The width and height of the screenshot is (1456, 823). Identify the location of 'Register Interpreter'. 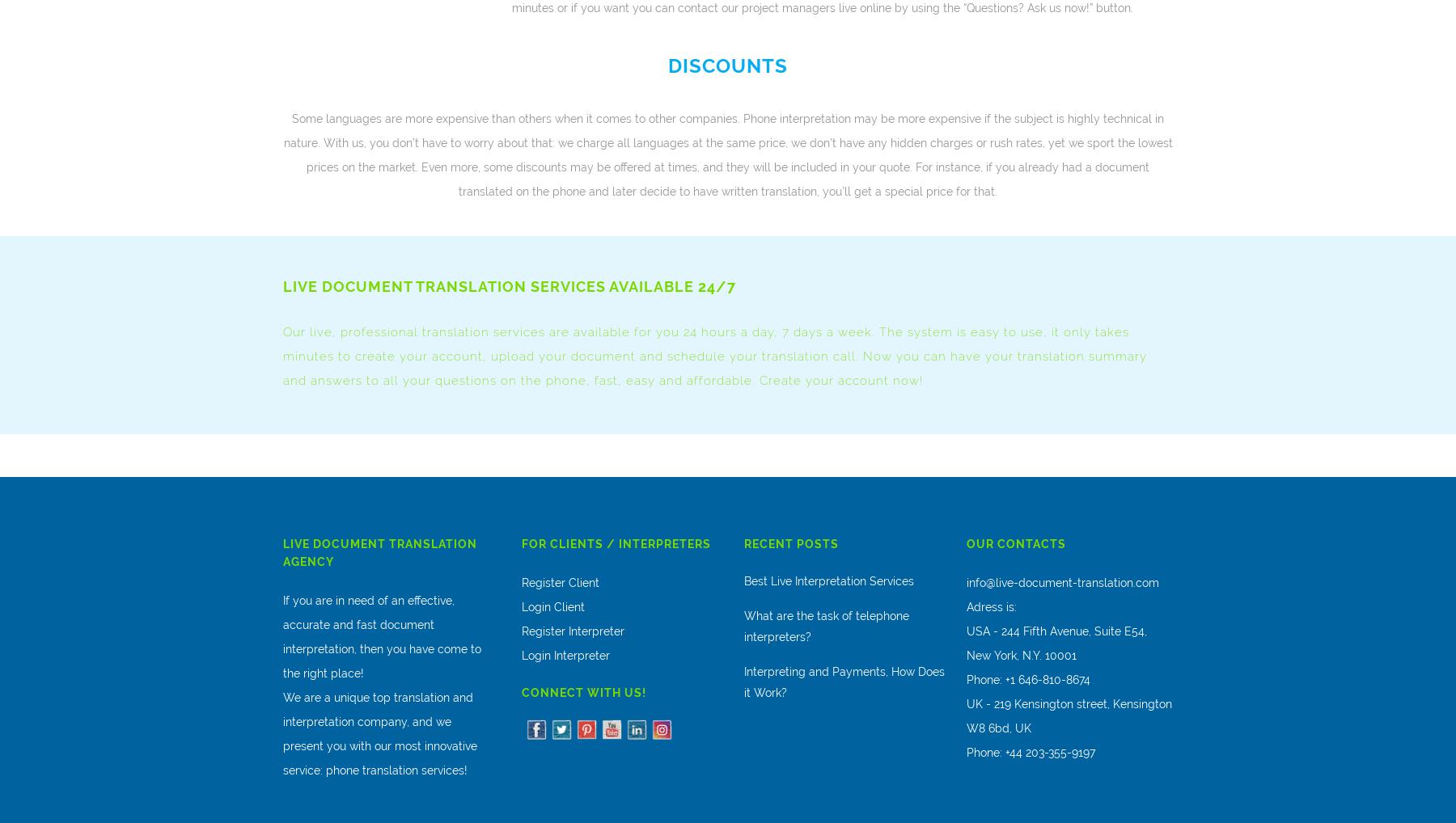
(572, 631).